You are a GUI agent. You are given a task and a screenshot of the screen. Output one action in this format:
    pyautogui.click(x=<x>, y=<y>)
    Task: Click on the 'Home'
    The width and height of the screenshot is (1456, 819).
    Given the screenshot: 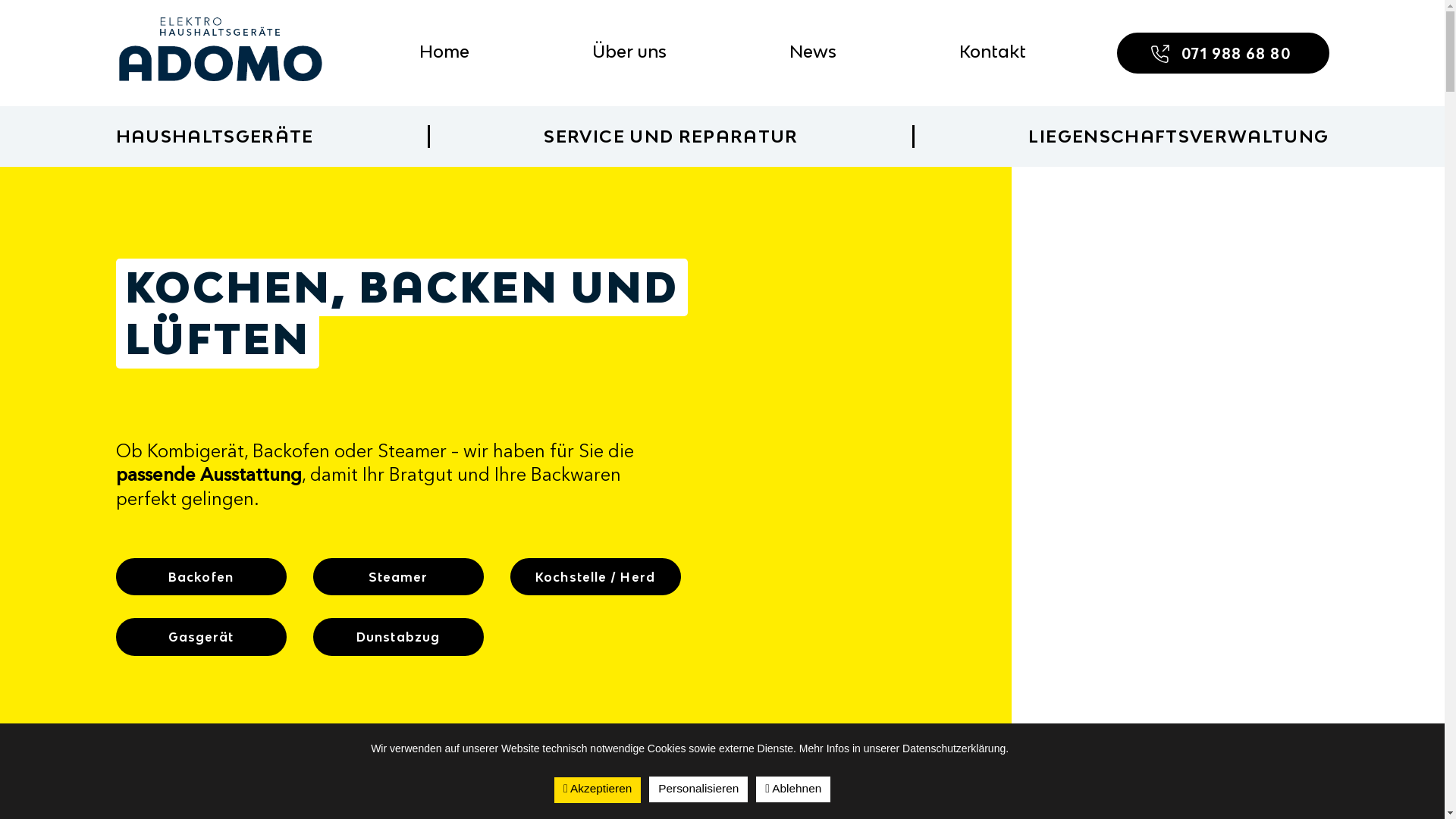 What is the action you would take?
    pyautogui.click(x=443, y=51)
    